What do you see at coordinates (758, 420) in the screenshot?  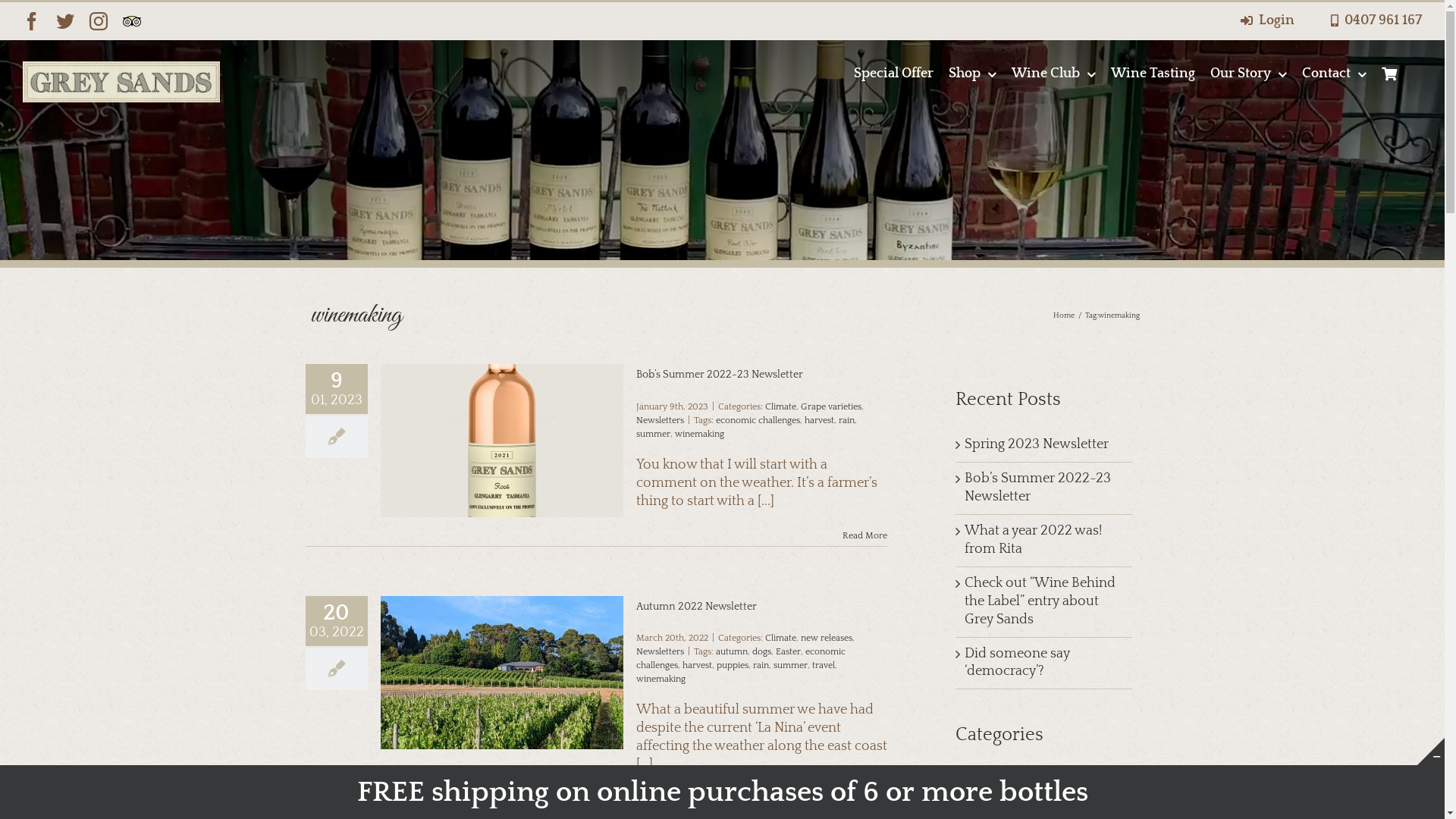 I see `'economic challenges'` at bounding box center [758, 420].